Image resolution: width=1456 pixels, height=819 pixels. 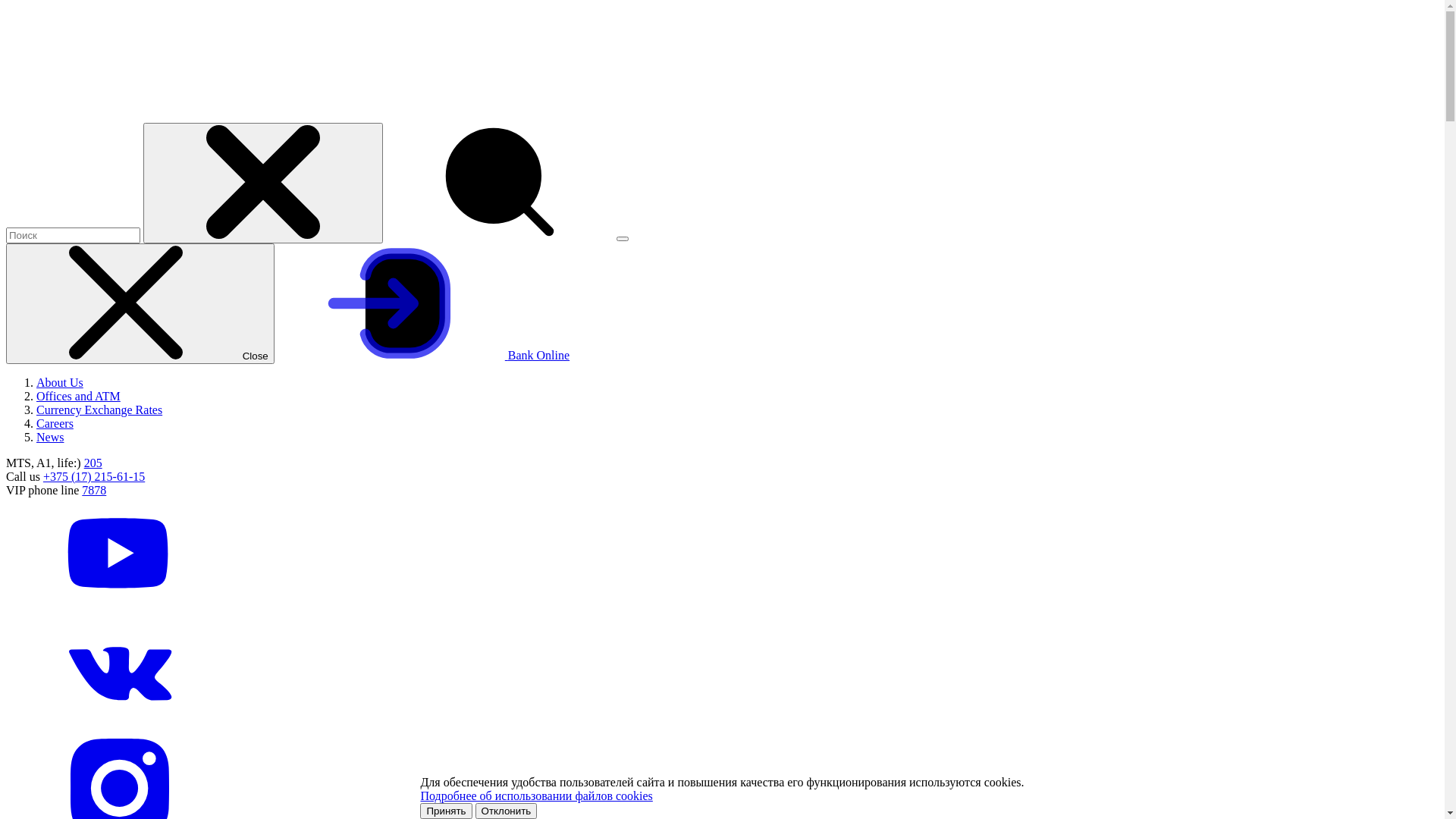 What do you see at coordinates (140, 303) in the screenshot?
I see `'Close'` at bounding box center [140, 303].